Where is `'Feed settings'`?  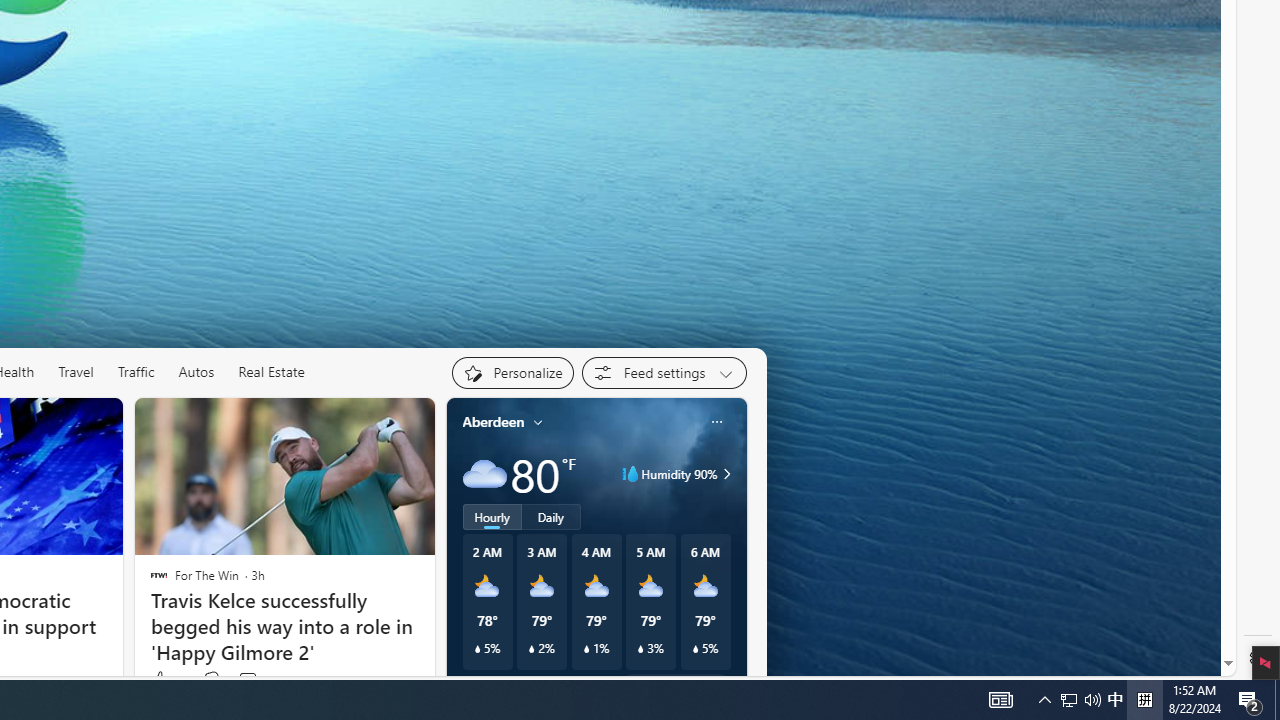 'Feed settings' is located at coordinates (664, 372).